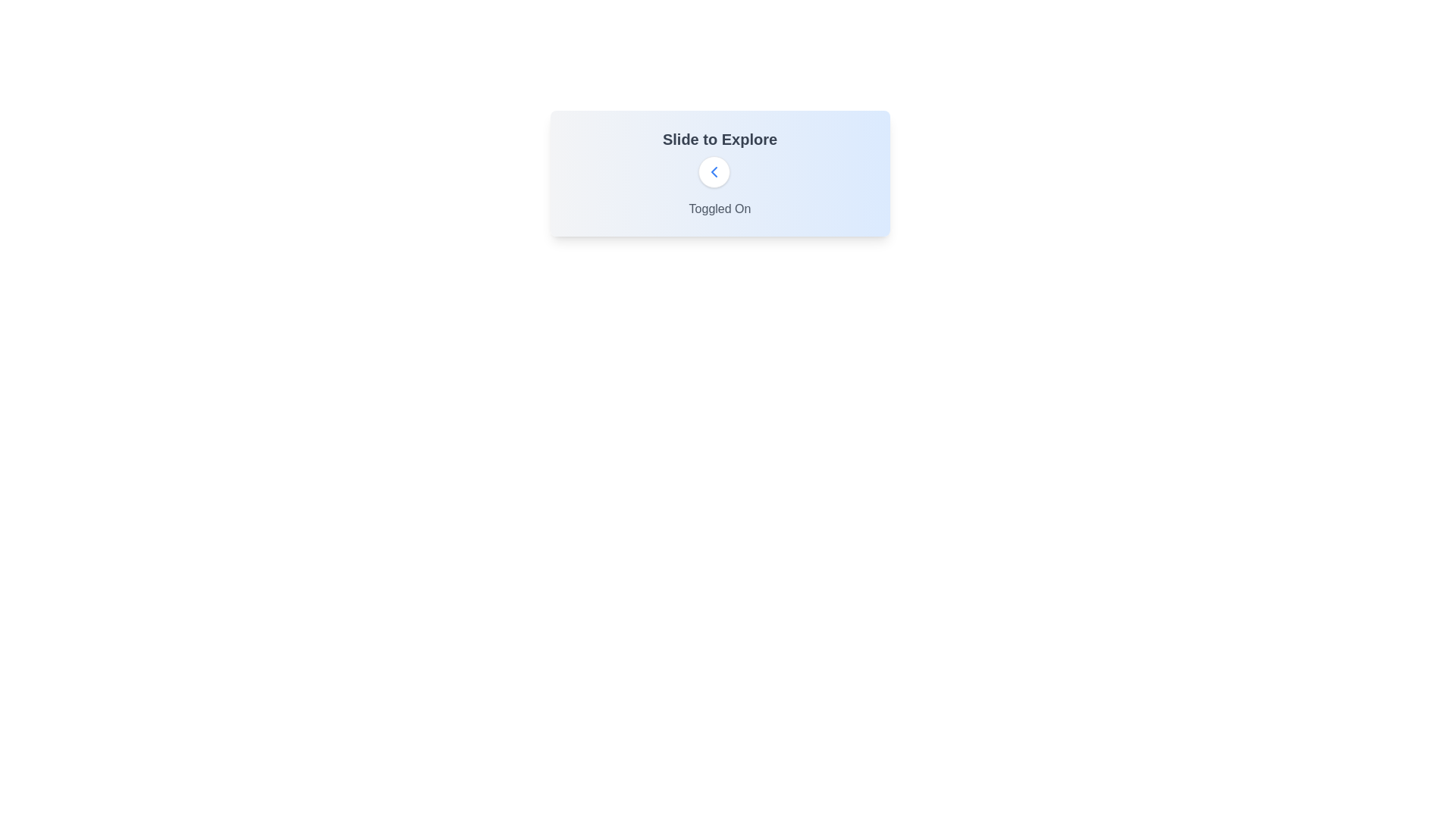 The width and height of the screenshot is (1456, 819). I want to click on the white circular button with a blue left-pointing chevron arrow icon at its center, so click(713, 171).